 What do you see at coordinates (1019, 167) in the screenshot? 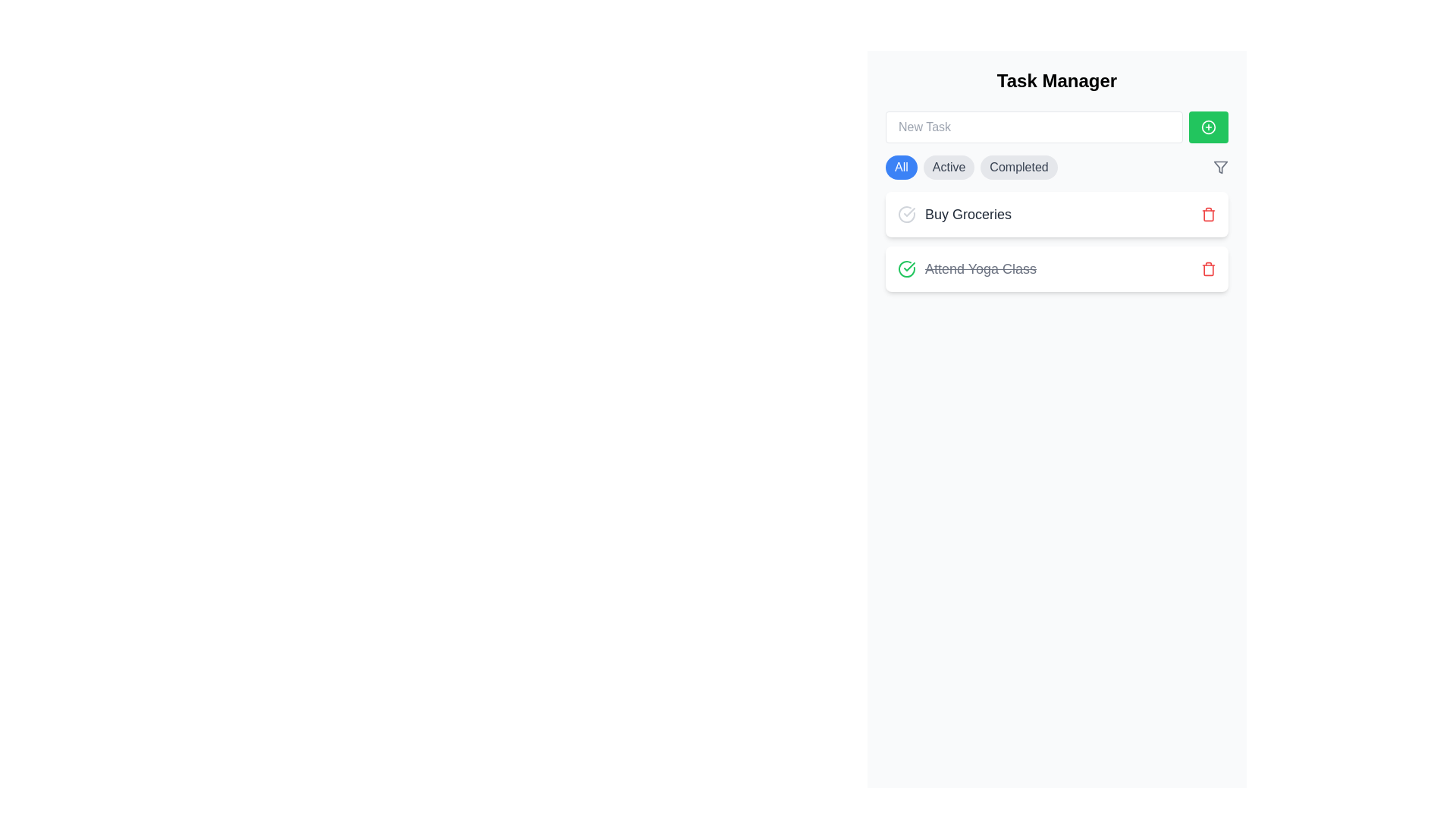
I see `the filter button that shows only completed tasks, located between the 'Active' button and the filter icon in the top row of filter options` at bounding box center [1019, 167].